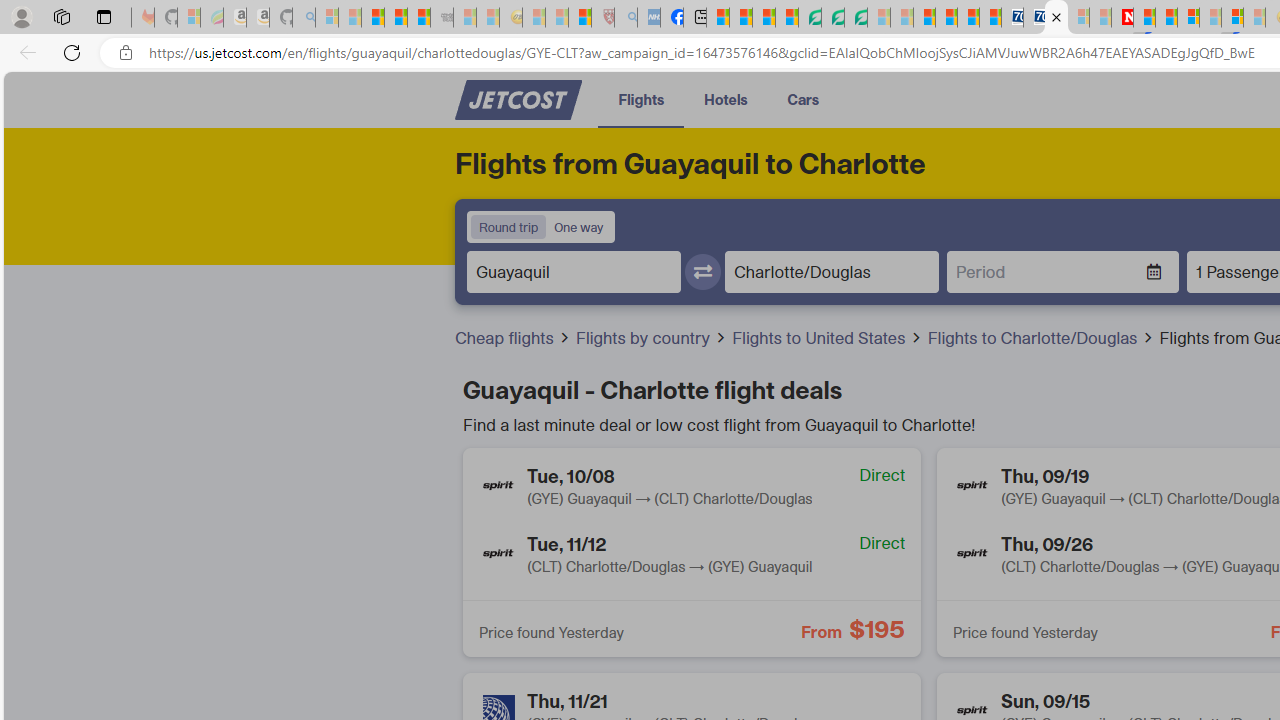 The height and width of the screenshot is (720, 1280). I want to click on 'Microsoft Word - consumer-privacy address update 2.2021', so click(855, 17).